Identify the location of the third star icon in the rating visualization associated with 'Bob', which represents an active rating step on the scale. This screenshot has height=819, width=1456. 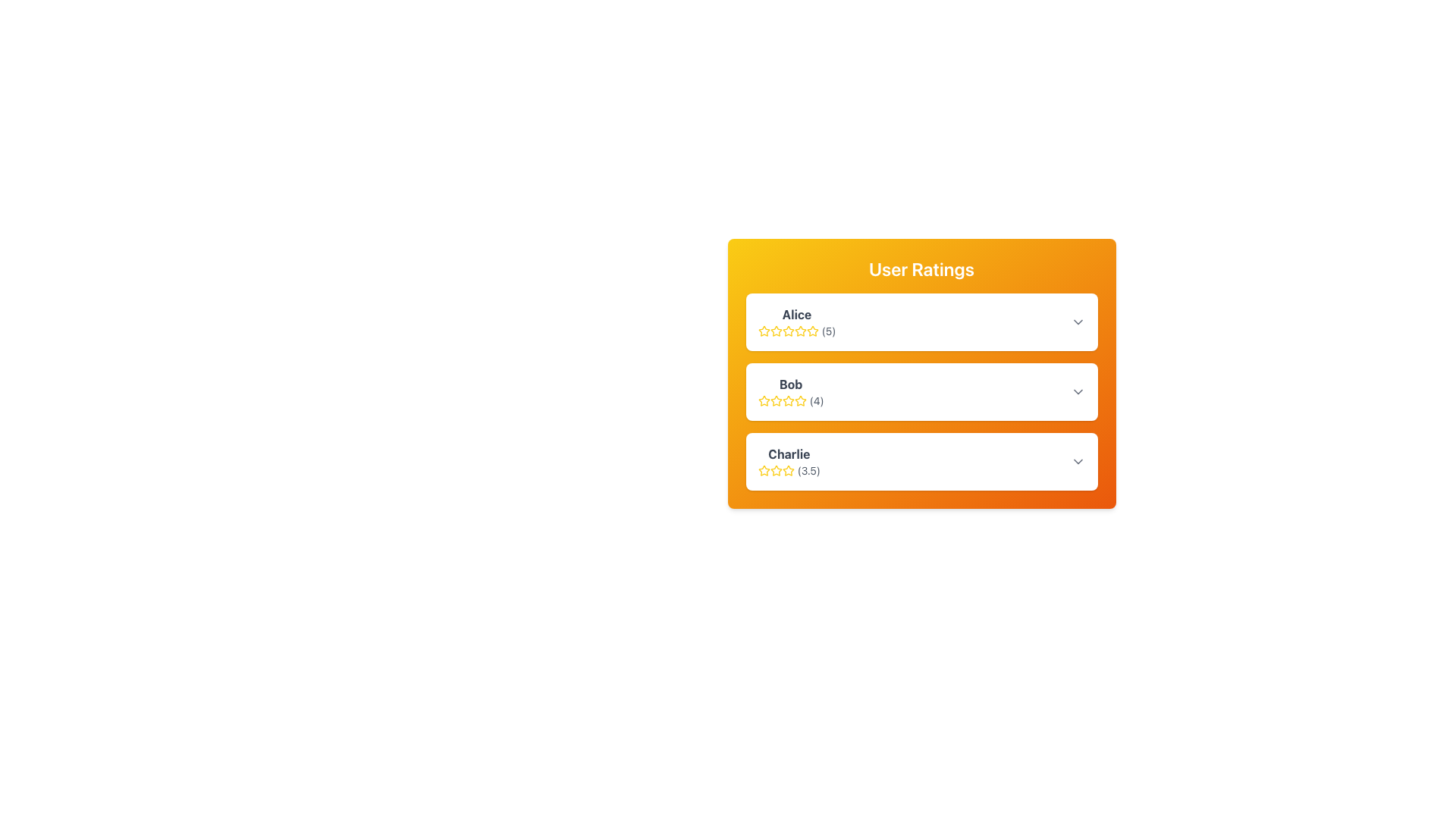
(776, 400).